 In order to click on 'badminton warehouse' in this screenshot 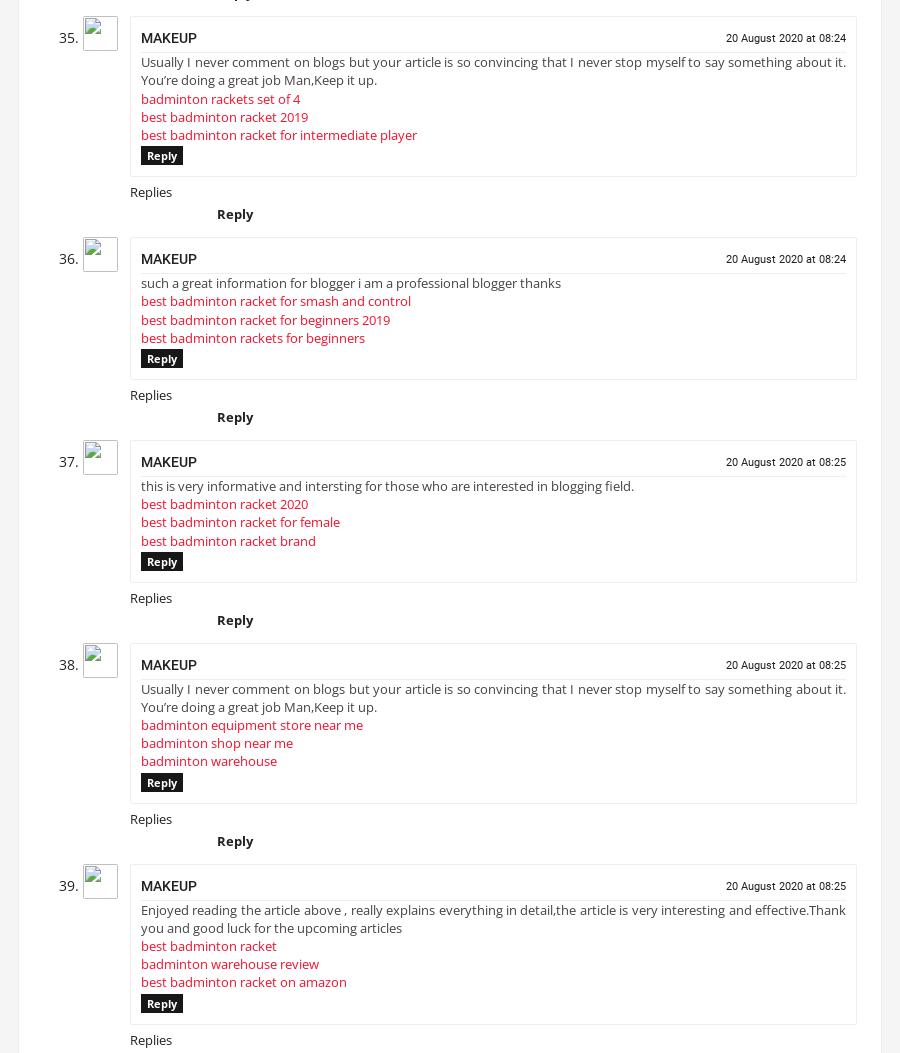, I will do `click(208, 769)`.